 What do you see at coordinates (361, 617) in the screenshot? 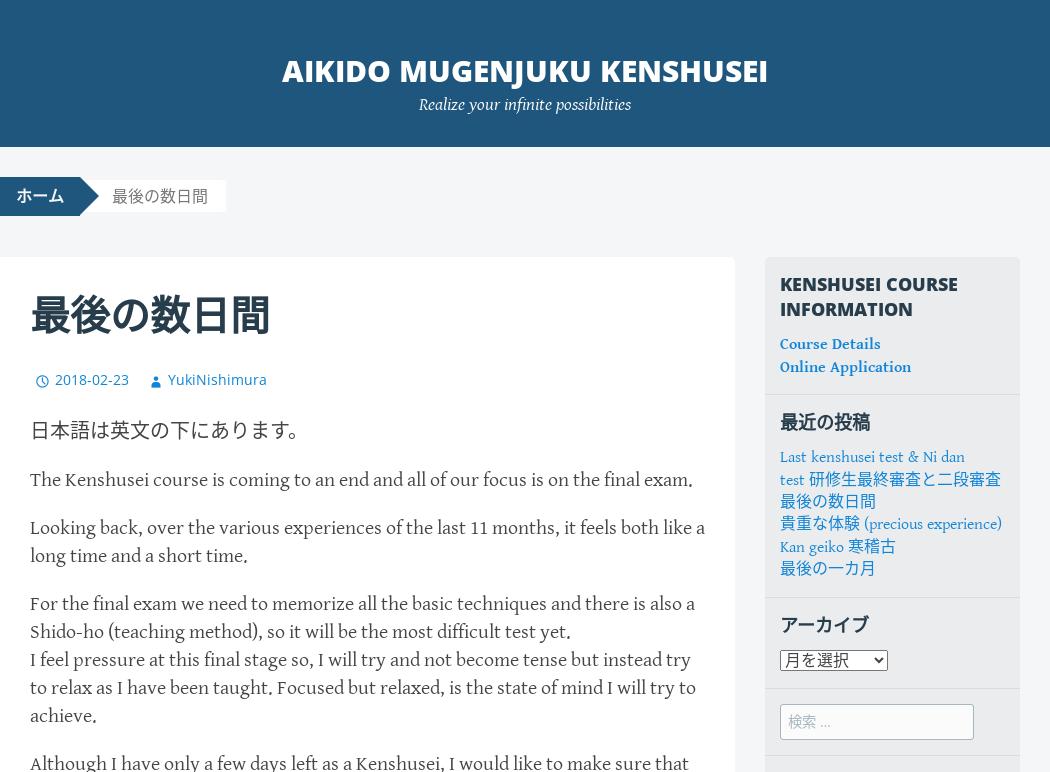
I see `'For the final exam we need to memorize all the basic techniques and there is also a Shido-ho (teaching method), so it will be the most difficult test yet.'` at bounding box center [361, 617].